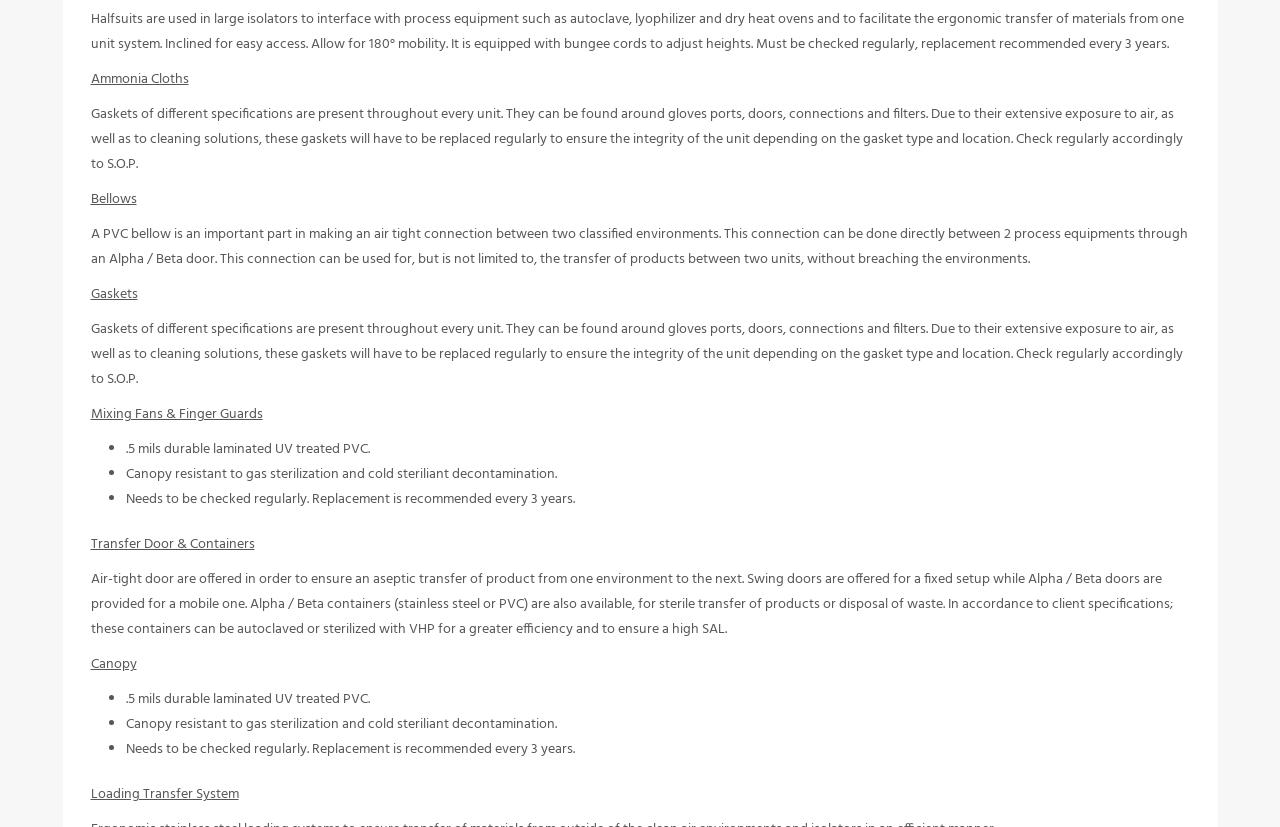 This screenshot has width=1280, height=827. Describe the element at coordinates (630, 617) in the screenshot. I see `'Air-tight door are offered in order to ensure an aseptic transfer of product from one environment to the next. Swing doors are offered for a fixed setup while Alpha / Beta doors are provided for a mobile one. Alpha / Beta containers (stainless steel or PVC) are also available, for sterile transfer of products or disposal of waste. In accordance to client specifications; these containers can be autoclaved or sterilized with VHP for a greater efficiency and to ensure a high SAL.'` at that location.